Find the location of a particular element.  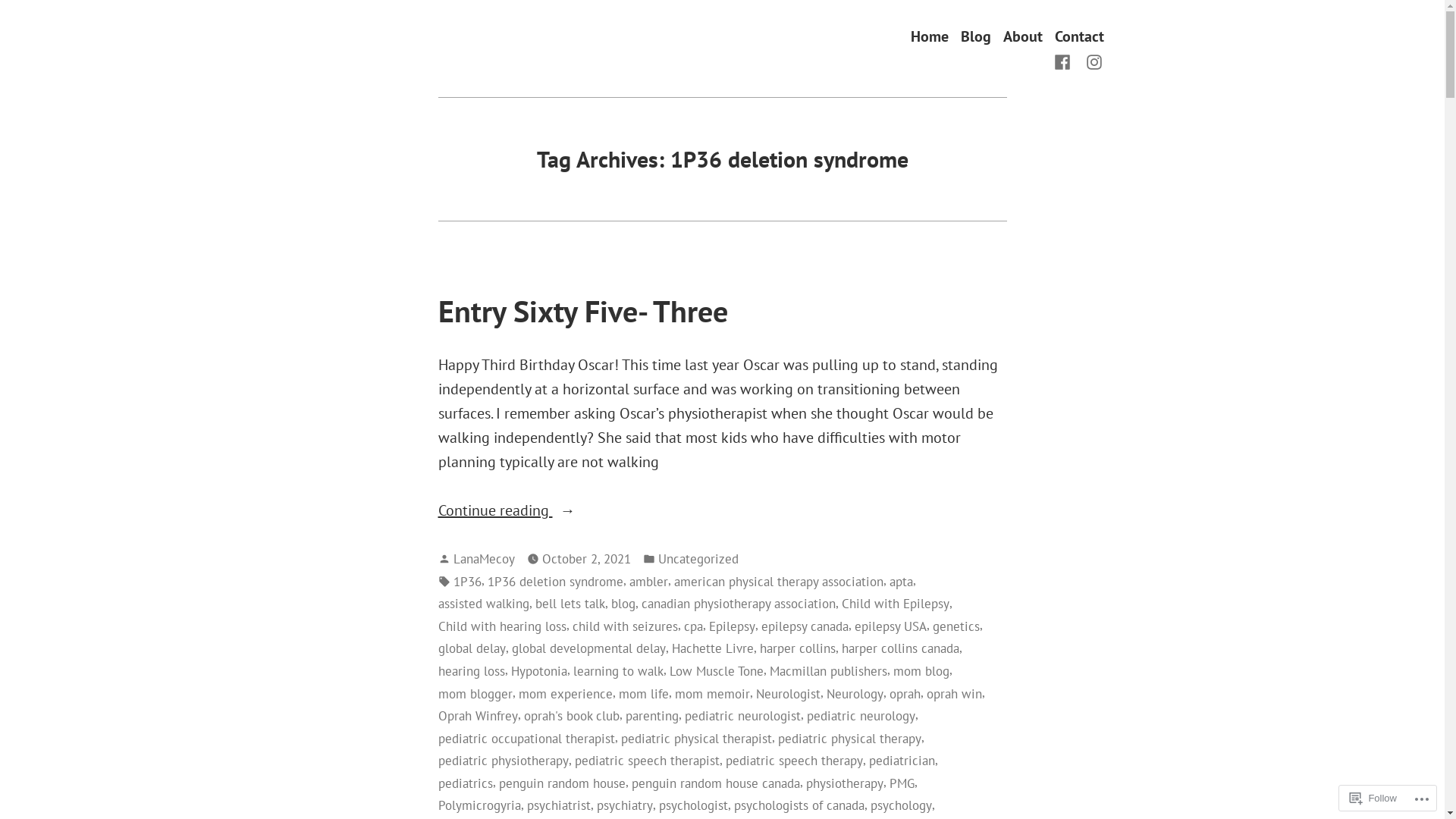

'Polymicrogyria' is located at coordinates (437, 804).